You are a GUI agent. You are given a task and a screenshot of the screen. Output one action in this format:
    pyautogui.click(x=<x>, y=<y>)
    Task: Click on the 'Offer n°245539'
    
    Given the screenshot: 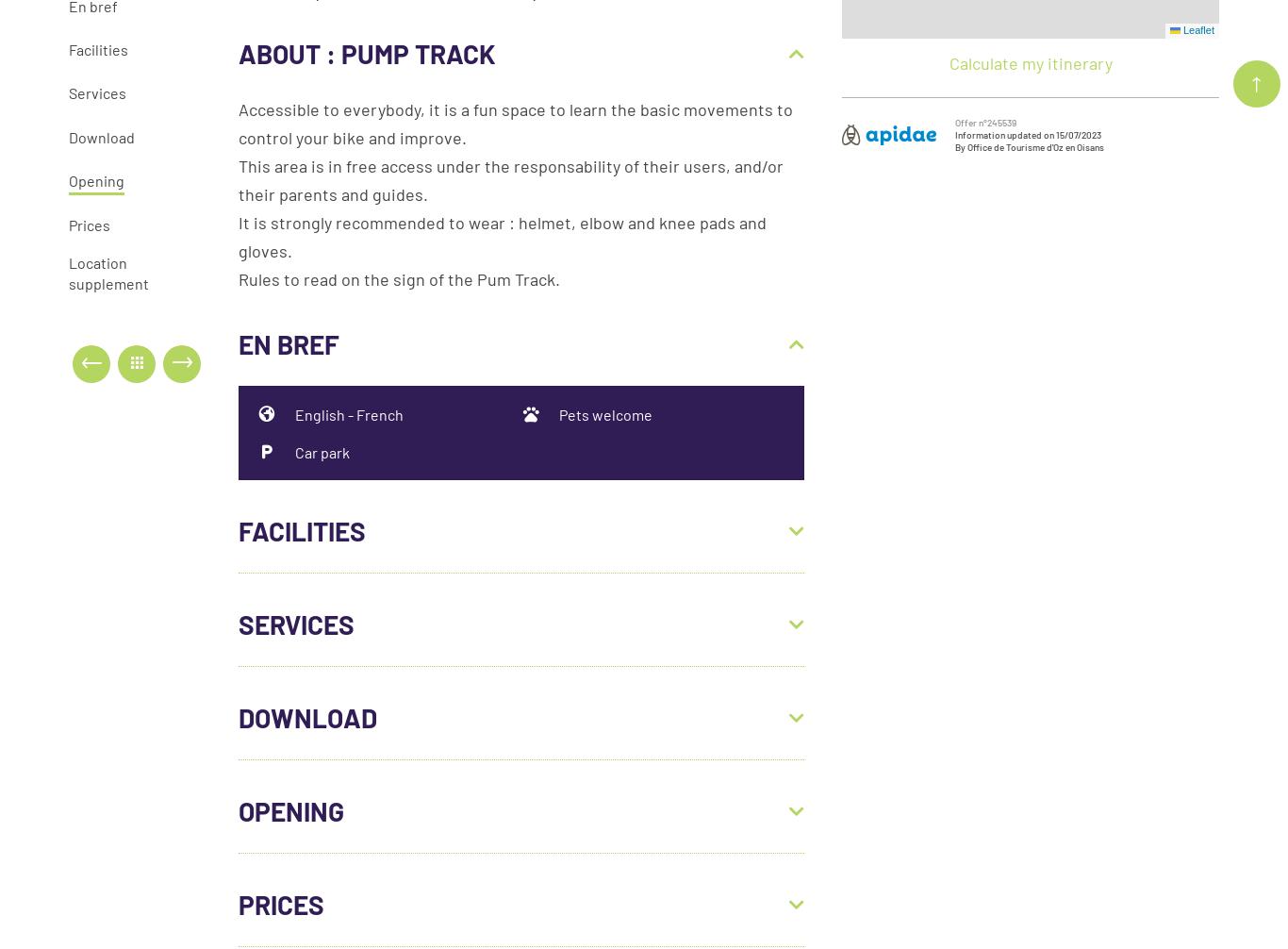 What is the action you would take?
    pyautogui.click(x=984, y=121)
    